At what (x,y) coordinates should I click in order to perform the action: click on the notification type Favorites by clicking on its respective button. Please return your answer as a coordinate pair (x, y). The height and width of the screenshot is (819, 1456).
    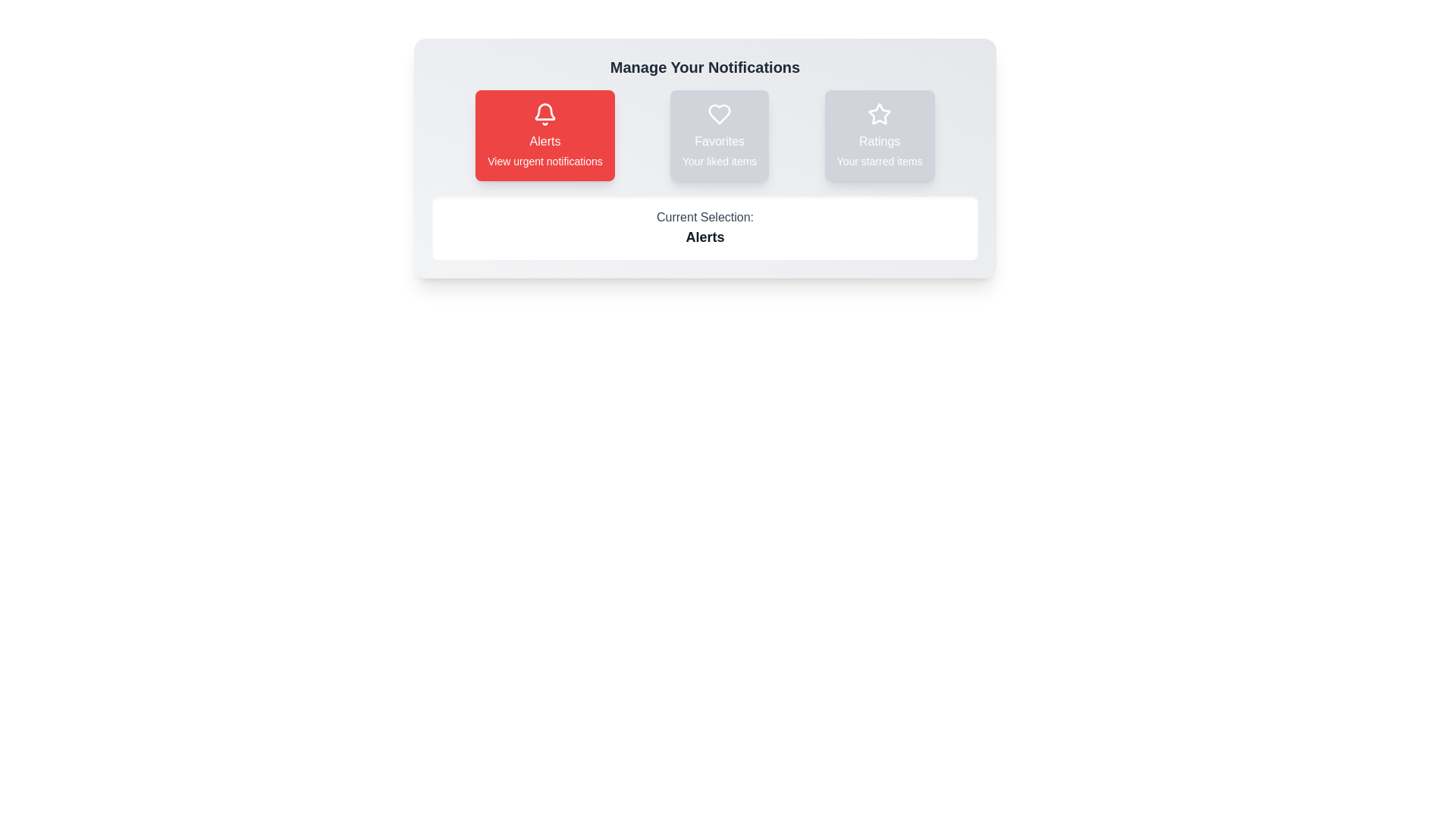
    Looking at the image, I should click on (719, 134).